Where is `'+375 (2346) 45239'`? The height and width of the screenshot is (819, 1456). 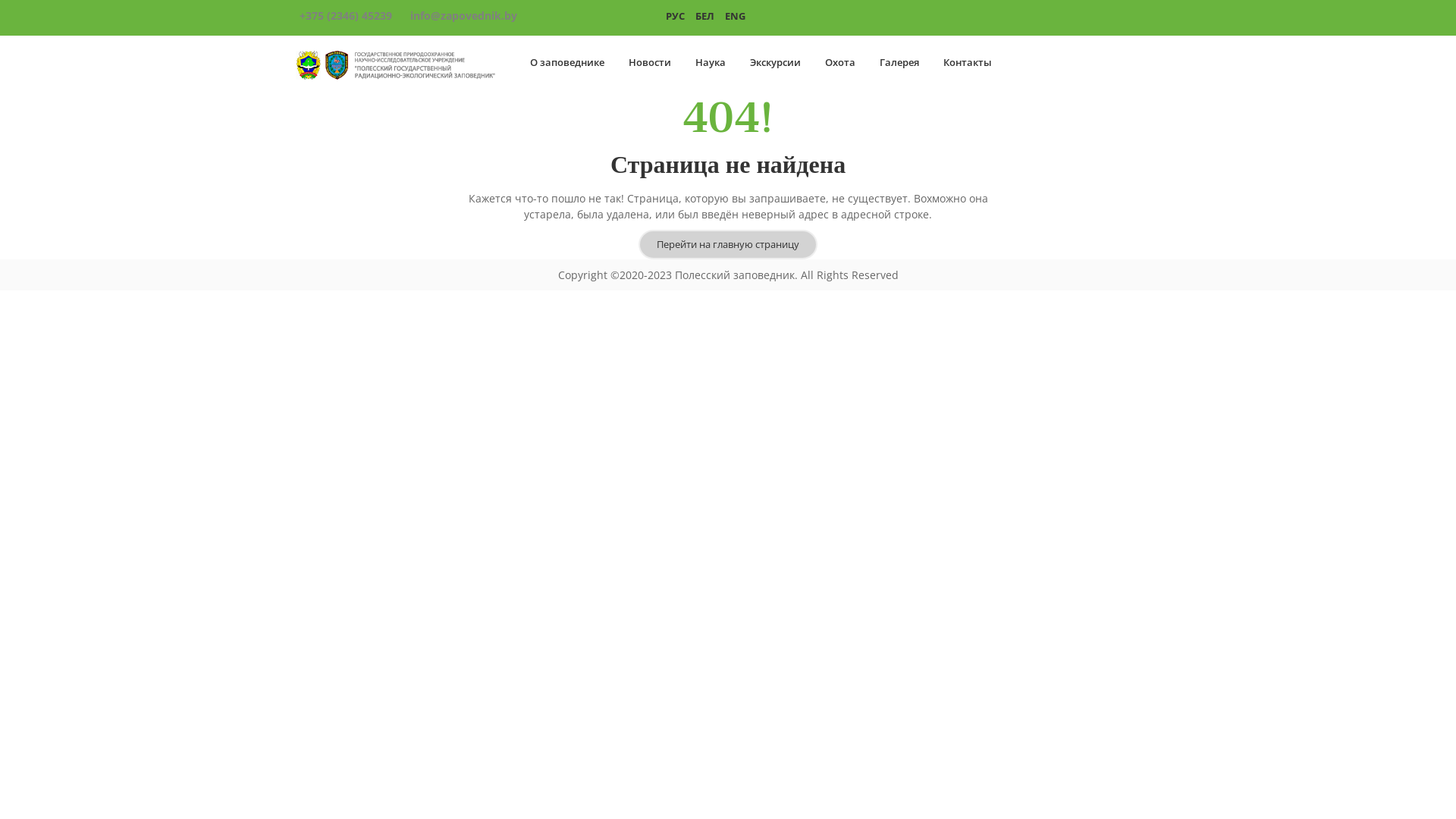 '+375 (2346) 45239' is located at coordinates (345, 15).